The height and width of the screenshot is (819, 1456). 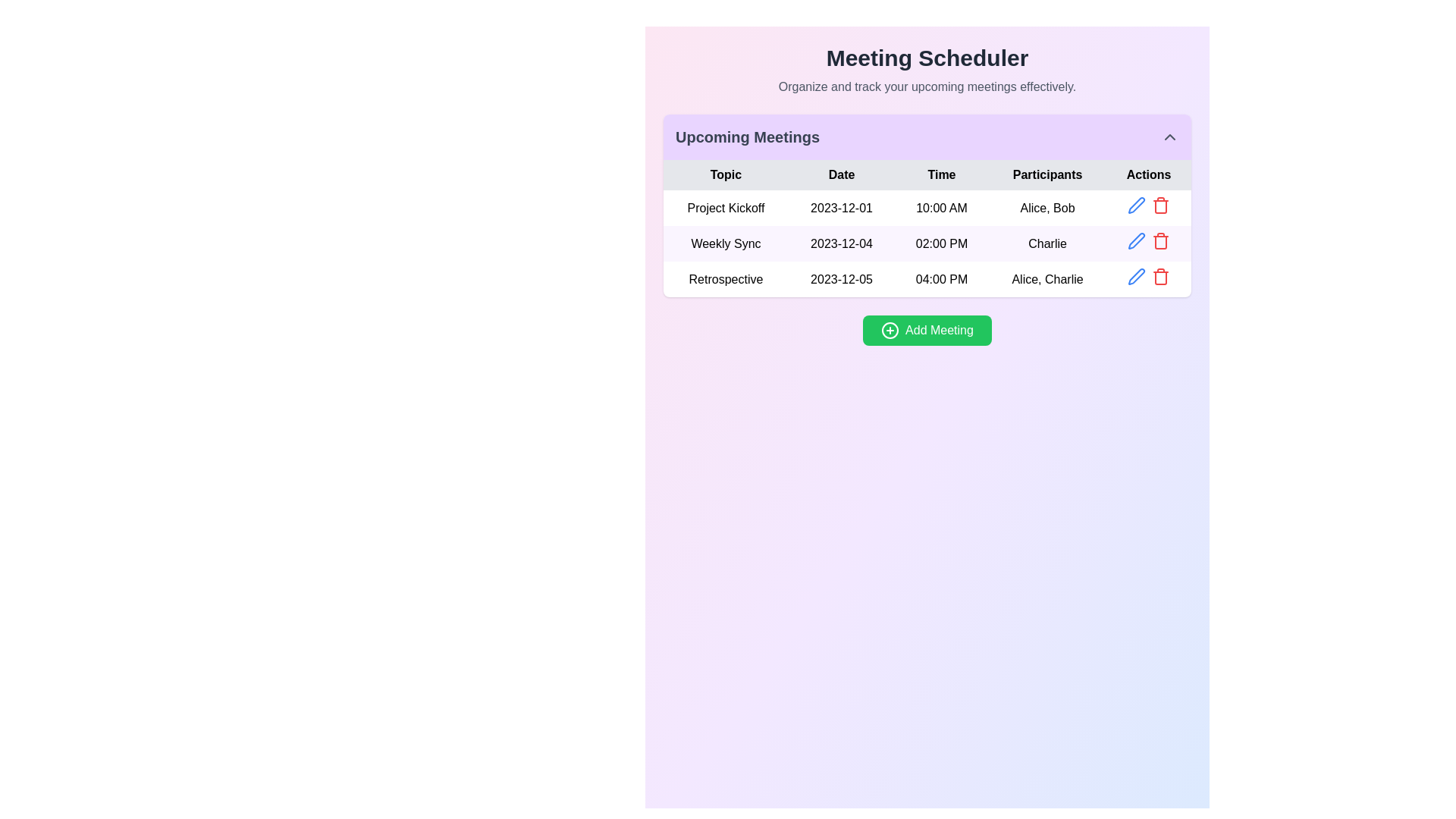 What do you see at coordinates (1046, 174) in the screenshot?
I see `the 'Participants' text label in the header row of the table, which is styled in bold font and located between the 'Time' and 'Actions' columns` at bounding box center [1046, 174].